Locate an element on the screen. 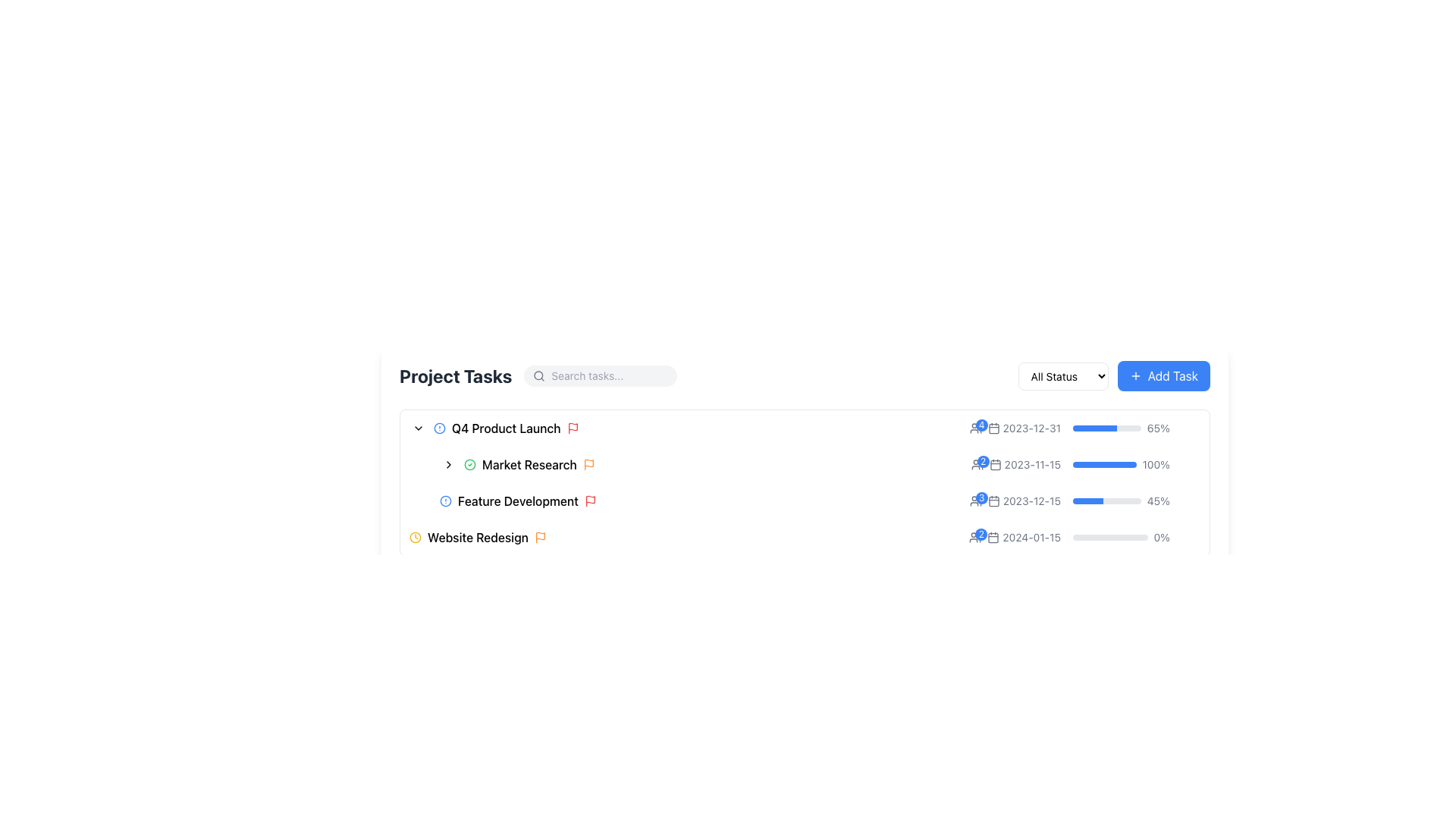 Image resolution: width=1456 pixels, height=819 pixels. the 'Feature Development' task item in the project management interface, which is the third item in the 'Project Tasks' list is located at coordinates (819, 500).